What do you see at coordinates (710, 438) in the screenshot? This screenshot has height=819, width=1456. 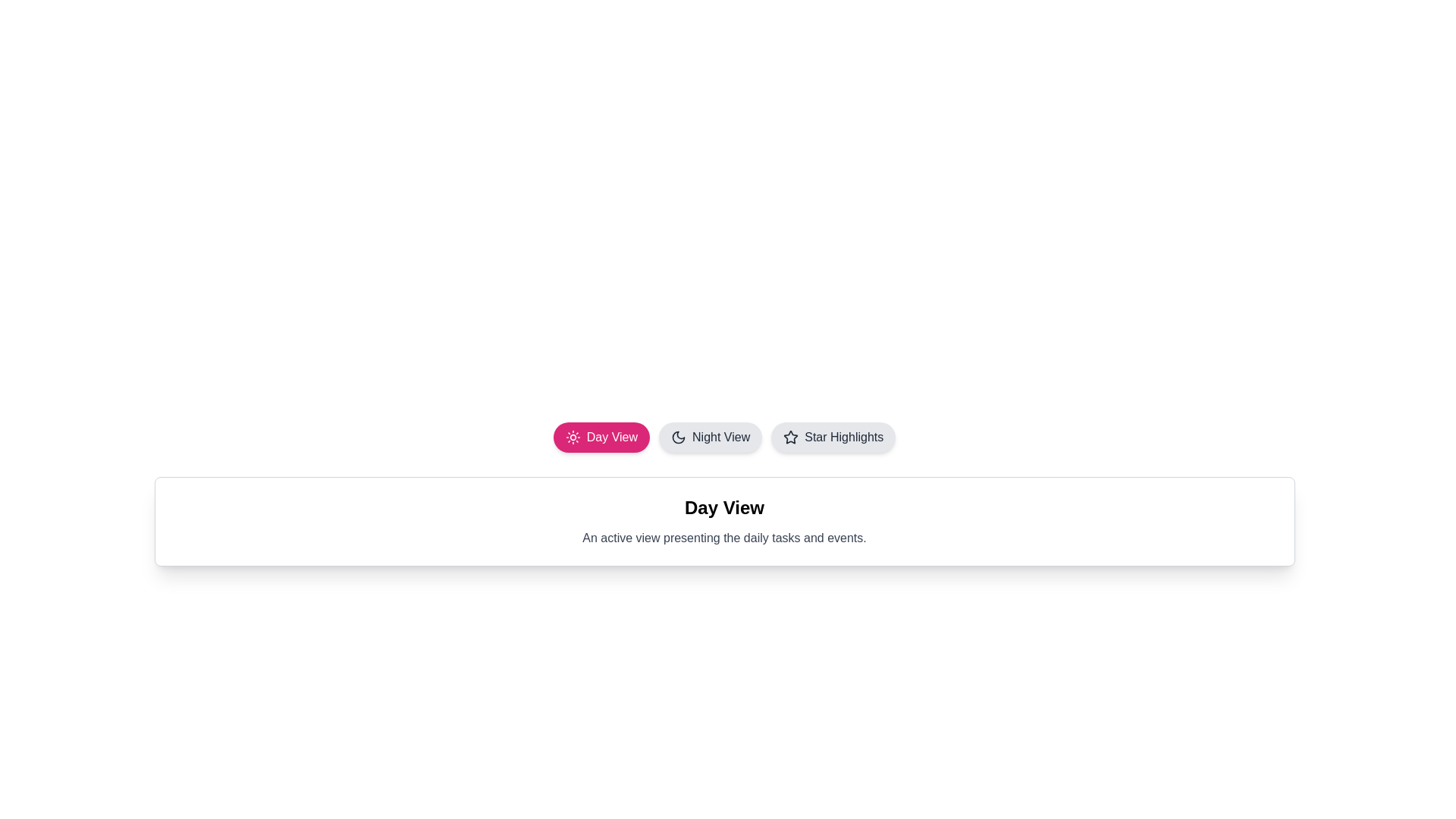 I see `the tab corresponding to Night View to change the active view` at bounding box center [710, 438].